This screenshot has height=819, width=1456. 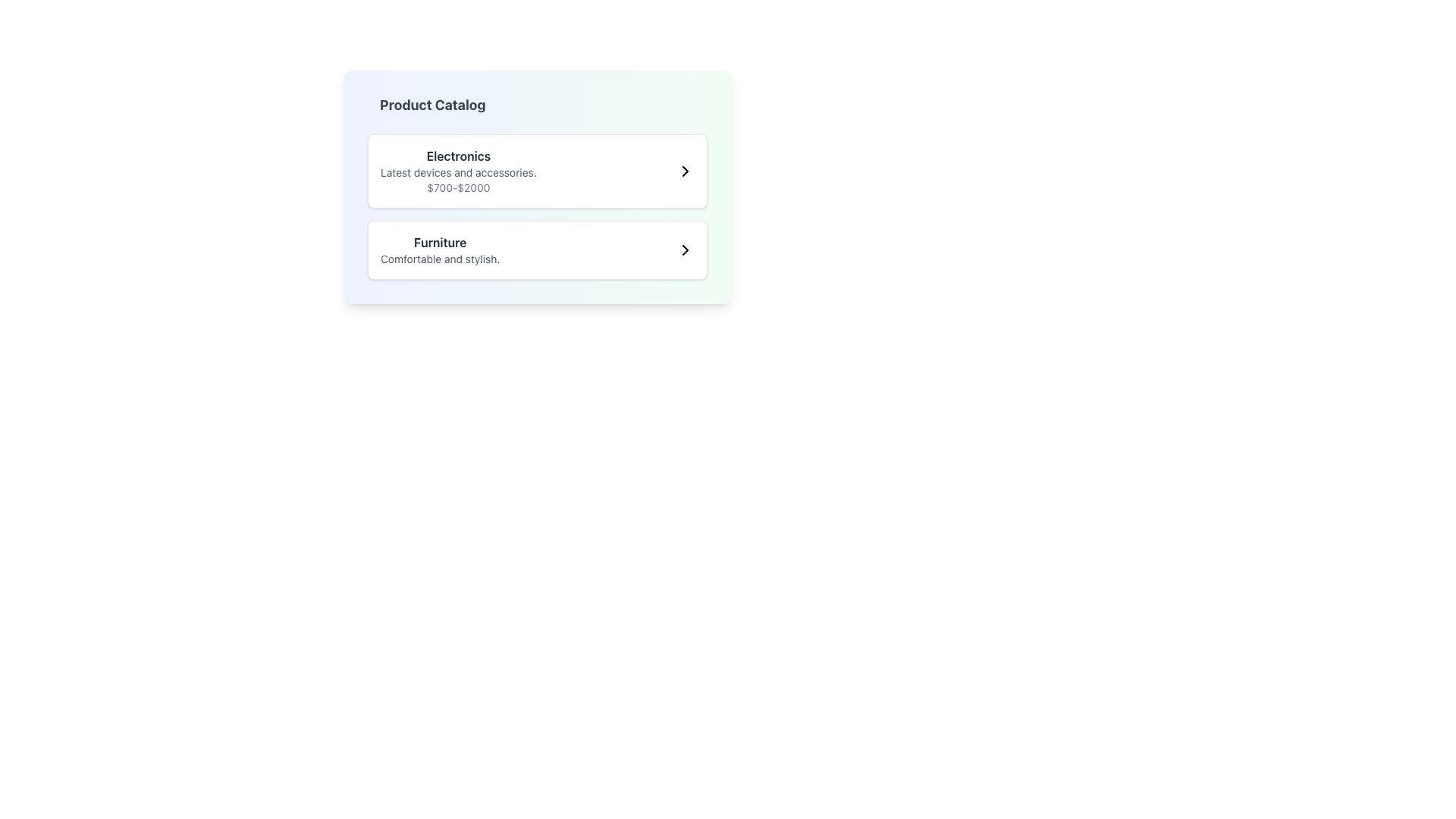 I want to click on the 'Electronics' clickable card in the Product Catalog section, so click(x=538, y=171).